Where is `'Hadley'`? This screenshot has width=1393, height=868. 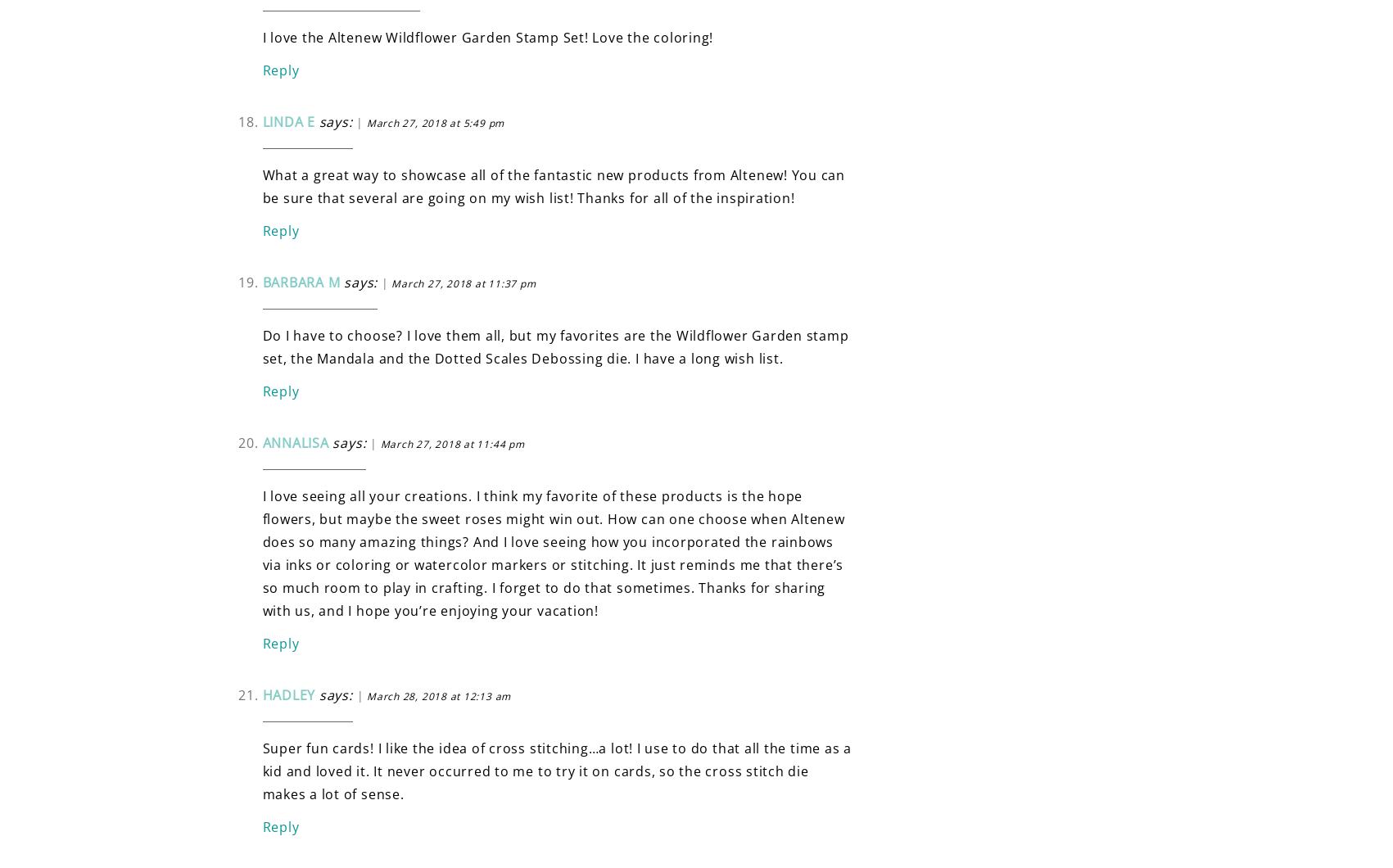 'Hadley' is located at coordinates (288, 694).